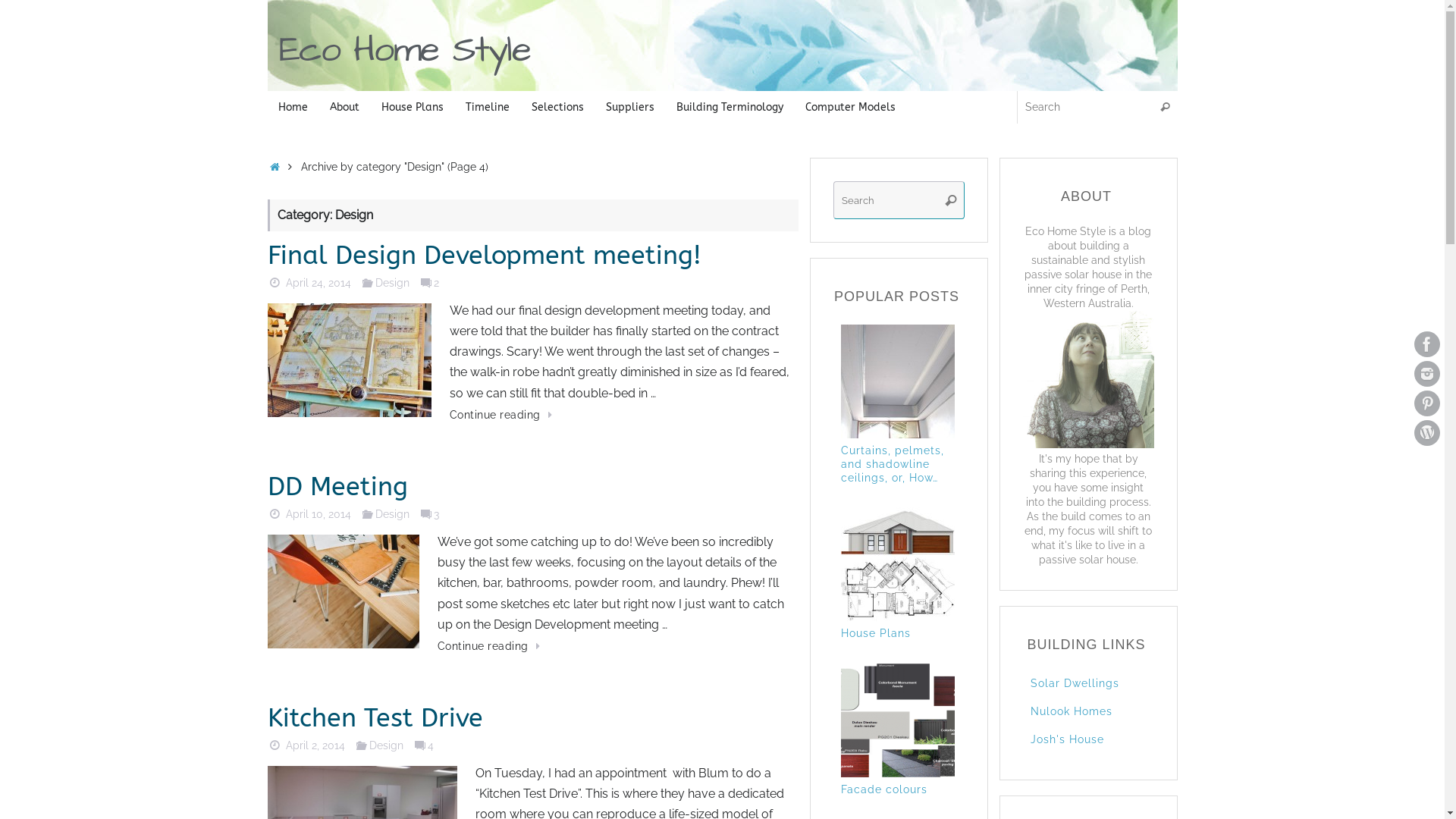 This screenshot has height=819, width=1456. Describe the element at coordinates (318, 513) in the screenshot. I see `'April 10, 2014'` at that location.